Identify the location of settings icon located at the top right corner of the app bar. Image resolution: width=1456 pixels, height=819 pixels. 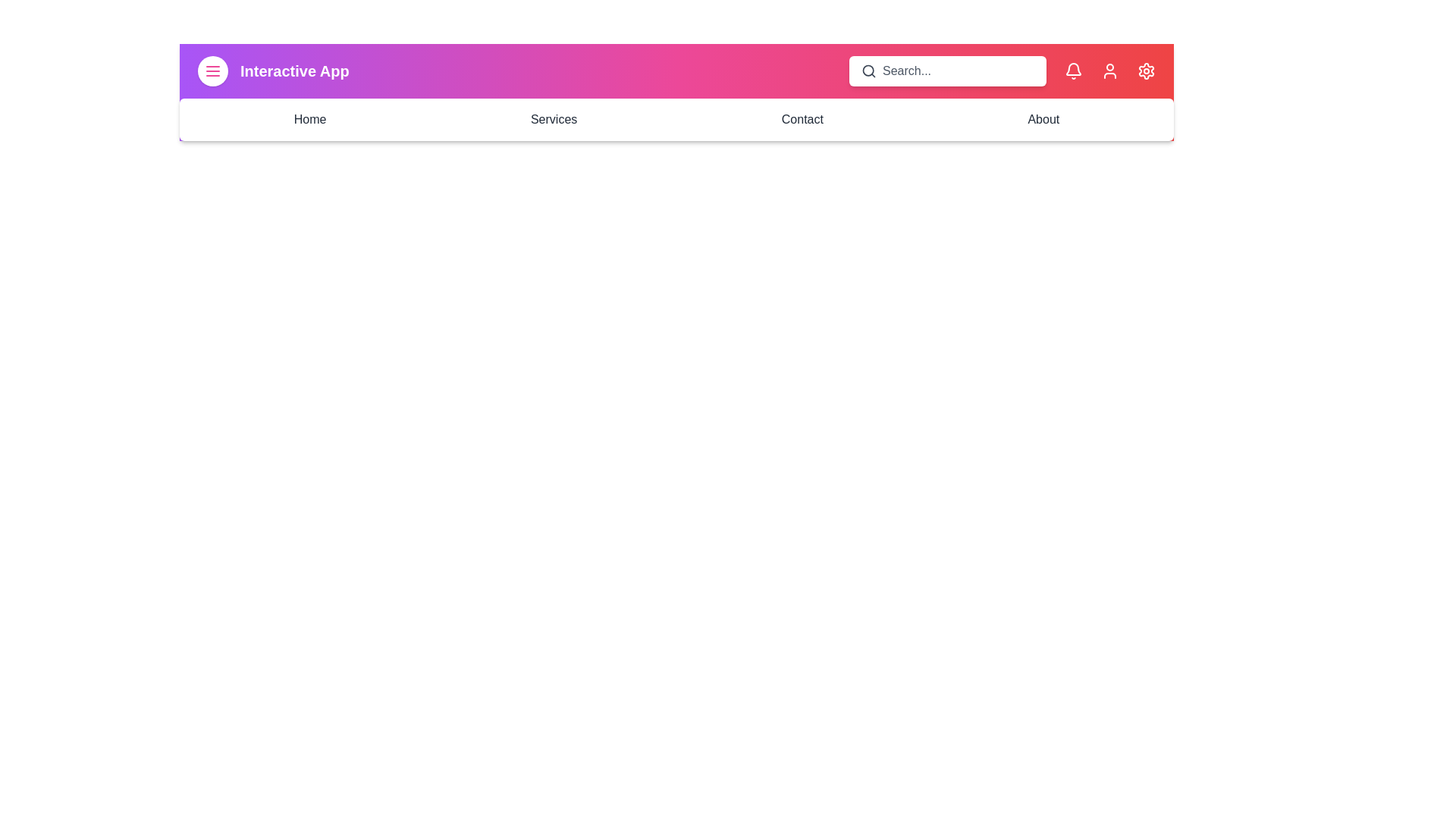
(1147, 71).